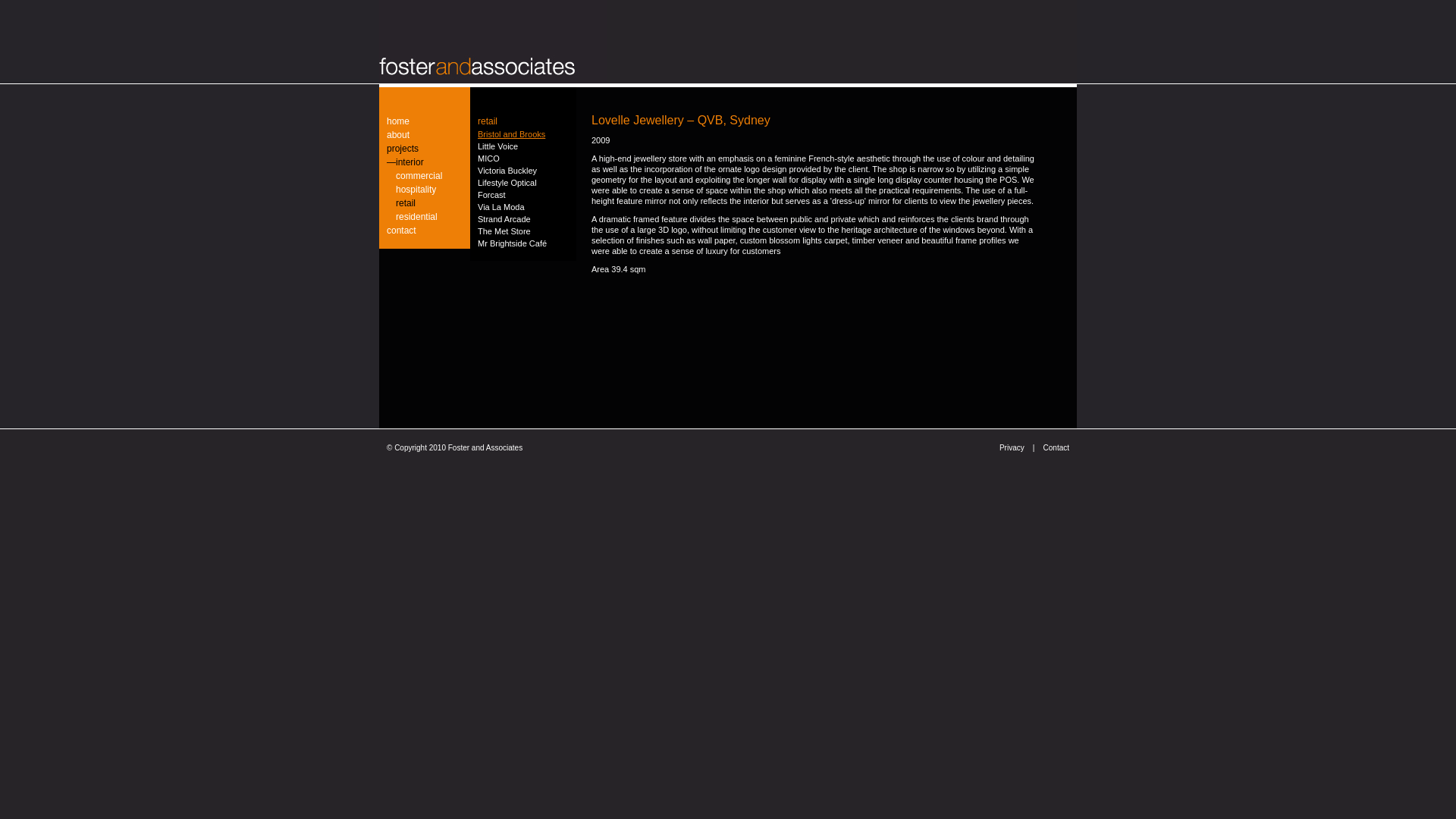  I want to click on 'Contact', so click(1043, 447).